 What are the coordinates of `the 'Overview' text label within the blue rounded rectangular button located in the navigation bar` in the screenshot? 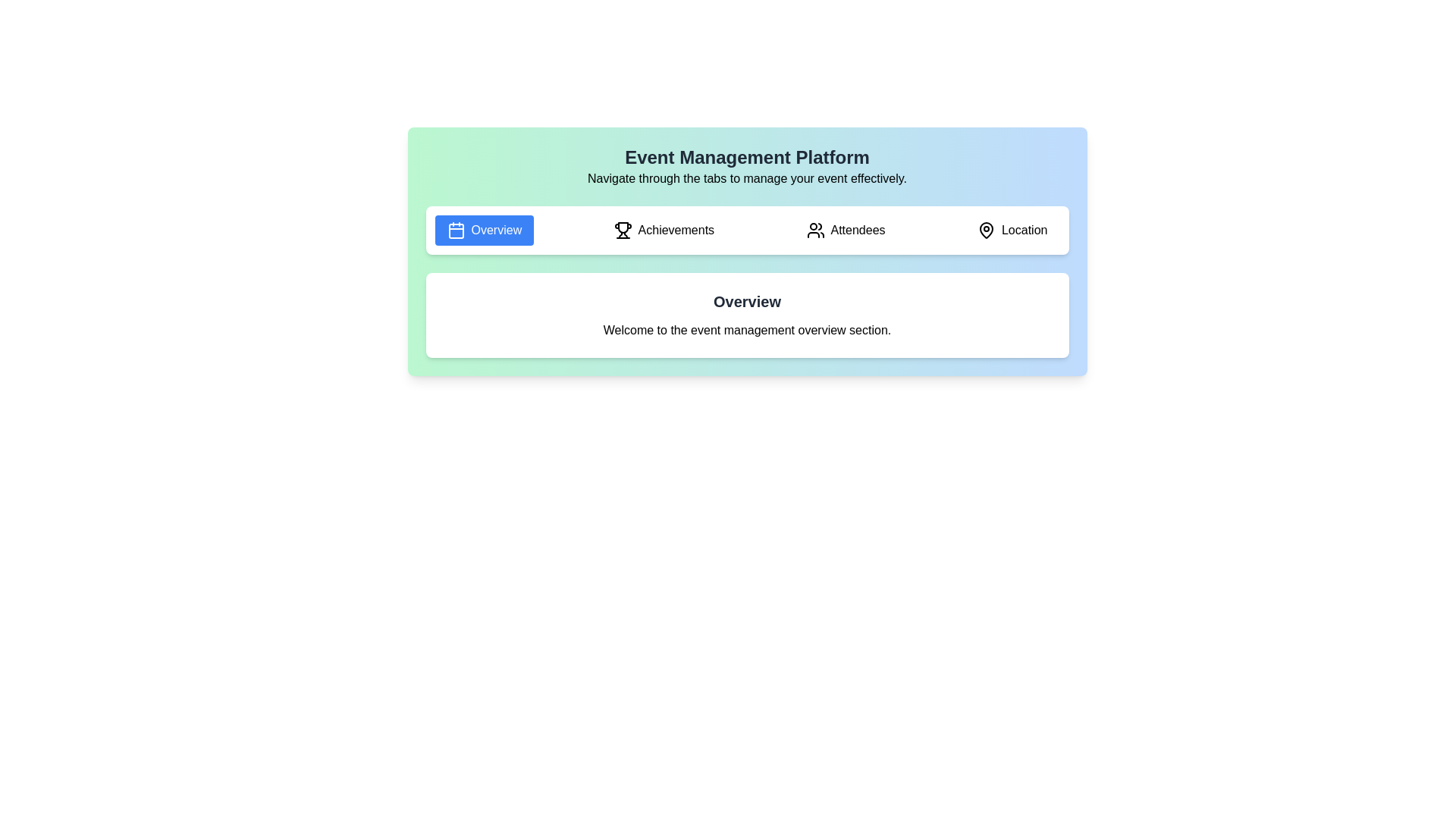 It's located at (496, 231).